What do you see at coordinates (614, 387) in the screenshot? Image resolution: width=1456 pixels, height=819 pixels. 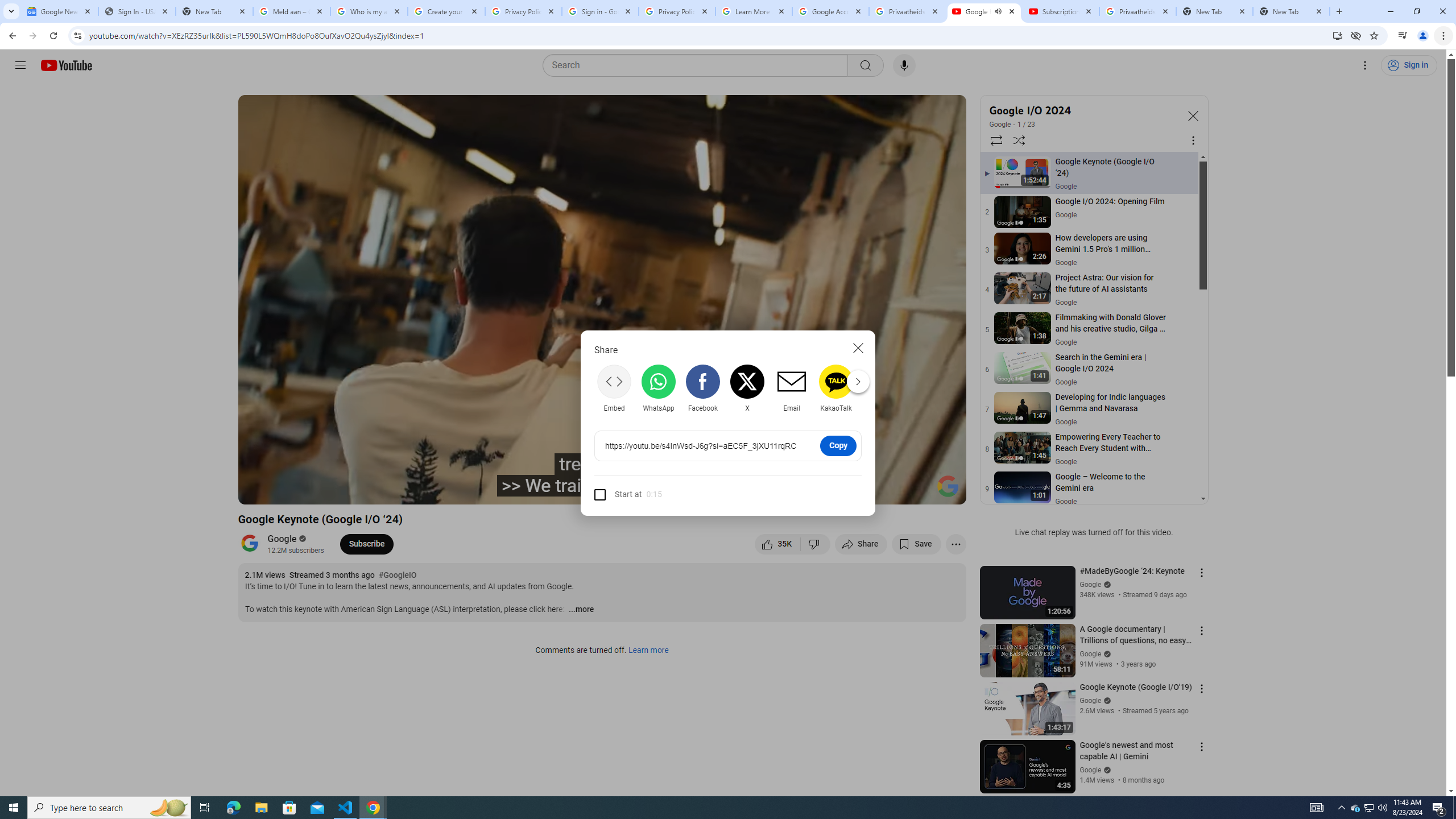 I see `'Embed'` at bounding box center [614, 387].